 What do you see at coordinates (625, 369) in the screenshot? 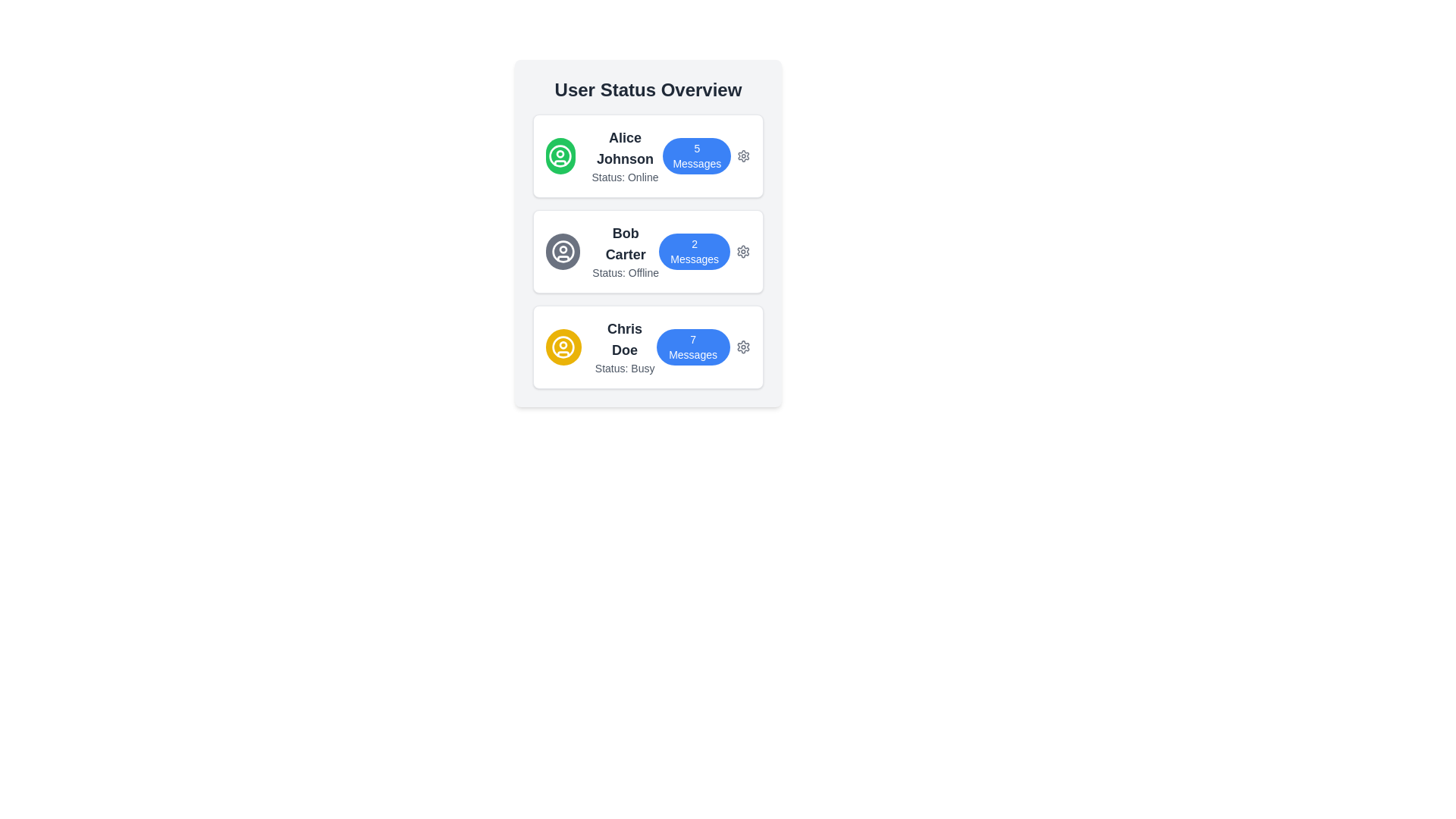
I see `the text label displaying 'Status: busy' located below the user's name 'Chris Doe' in the third user information card` at bounding box center [625, 369].